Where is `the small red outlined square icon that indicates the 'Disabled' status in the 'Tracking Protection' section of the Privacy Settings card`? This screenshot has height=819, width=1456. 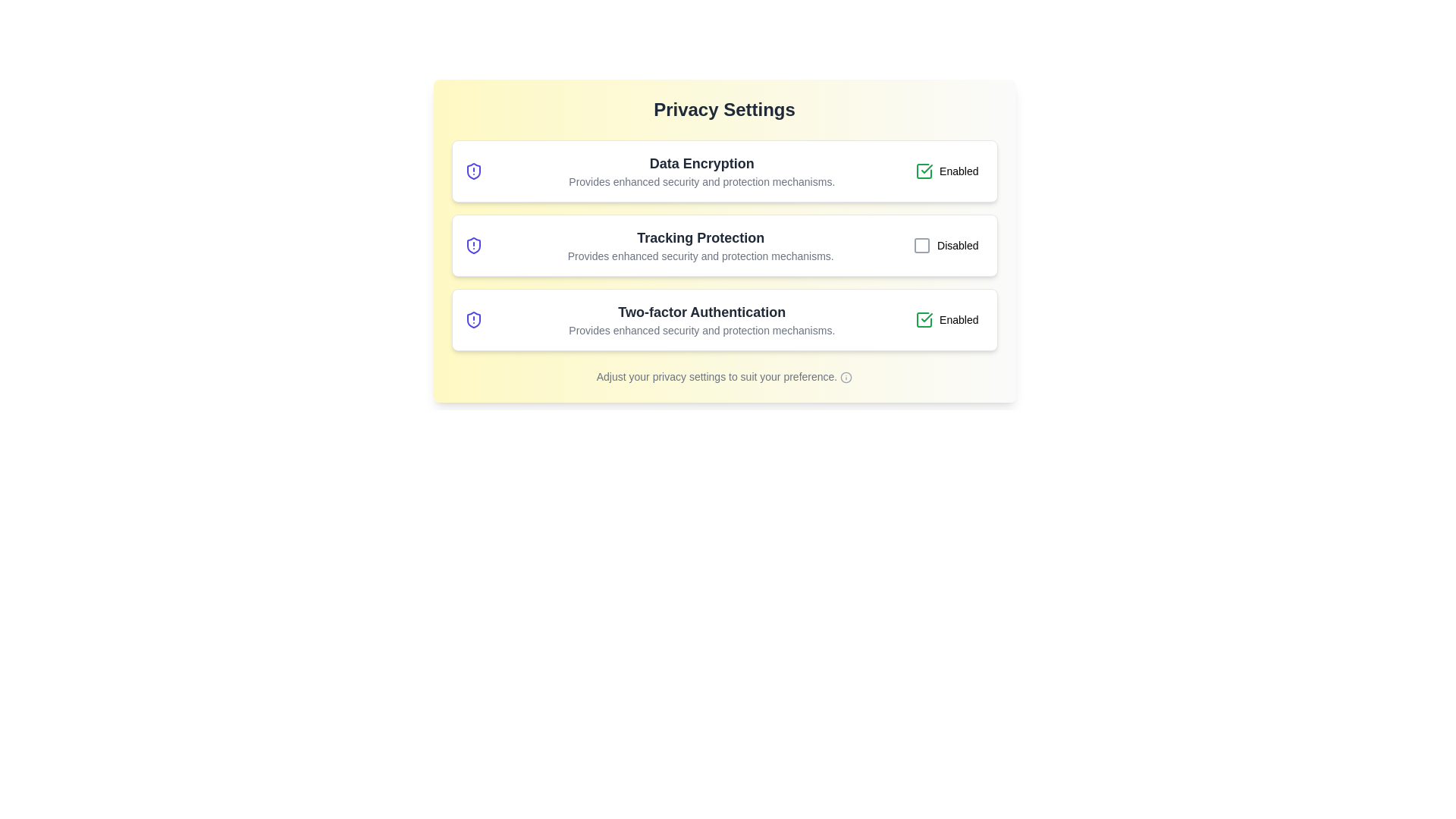
the small red outlined square icon that indicates the 'Disabled' status in the 'Tracking Protection' section of the Privacy Settings card is located at coordinates (921, 245).